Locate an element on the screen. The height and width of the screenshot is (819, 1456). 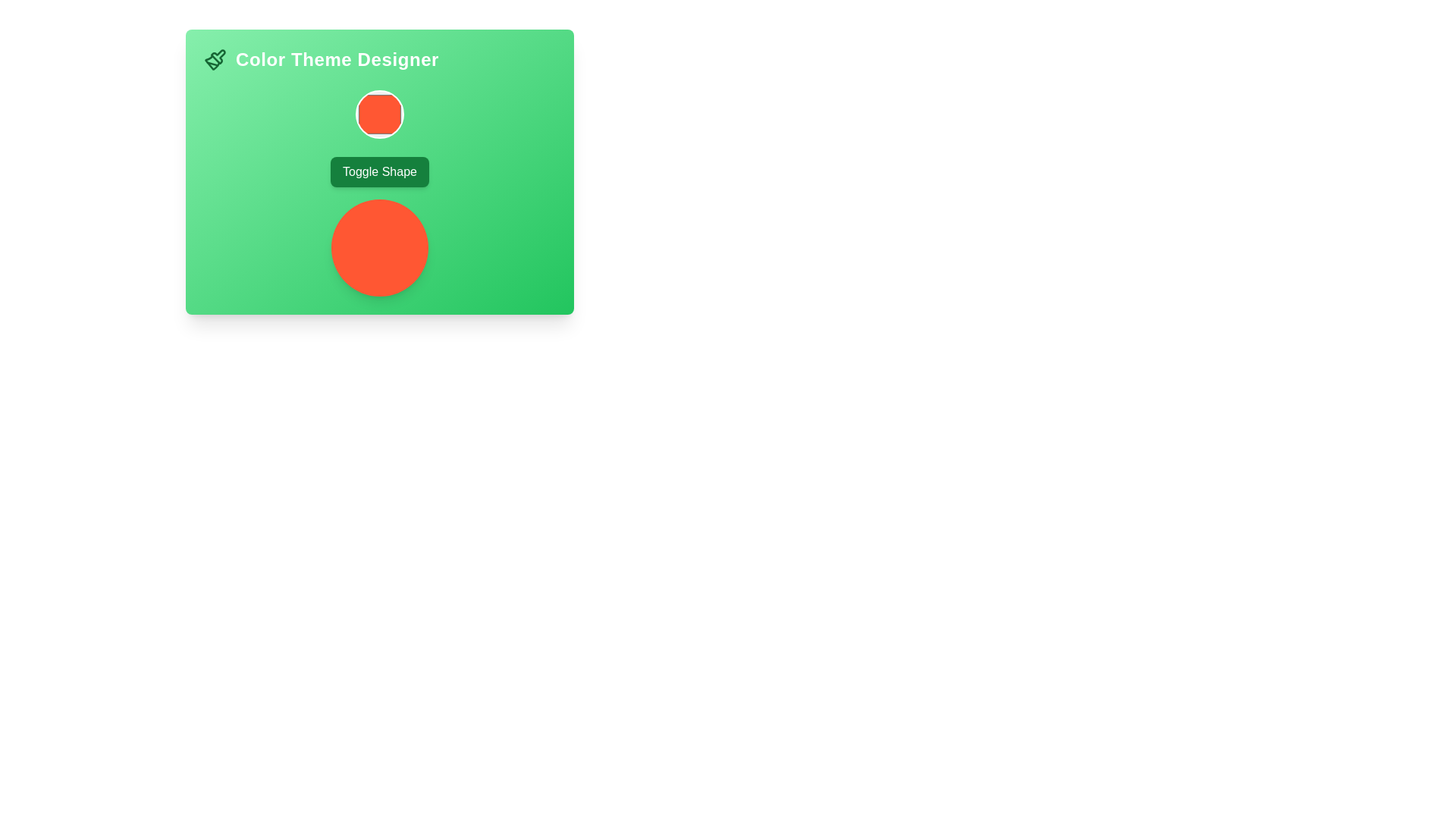
the green button labeled 'Toggle Shape' to bring it into context is located at coordinates (379, 171).